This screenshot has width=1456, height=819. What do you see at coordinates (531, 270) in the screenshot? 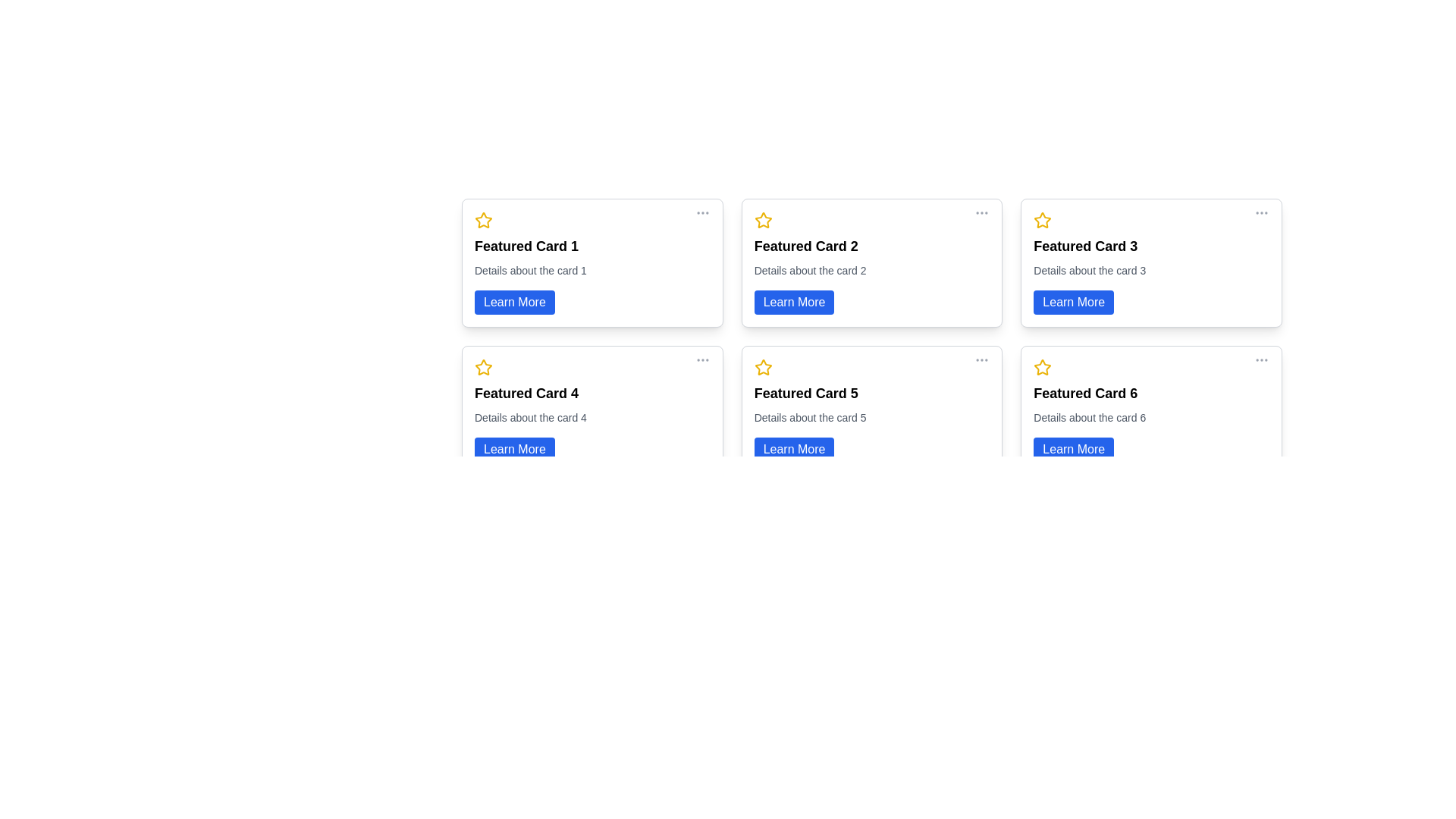
I see `the static text element located within the first card in the grid layout, positioned below the header text 'Featured Card 1' and above the button labeled 'Learn More'` at bounding box center [531, 270].